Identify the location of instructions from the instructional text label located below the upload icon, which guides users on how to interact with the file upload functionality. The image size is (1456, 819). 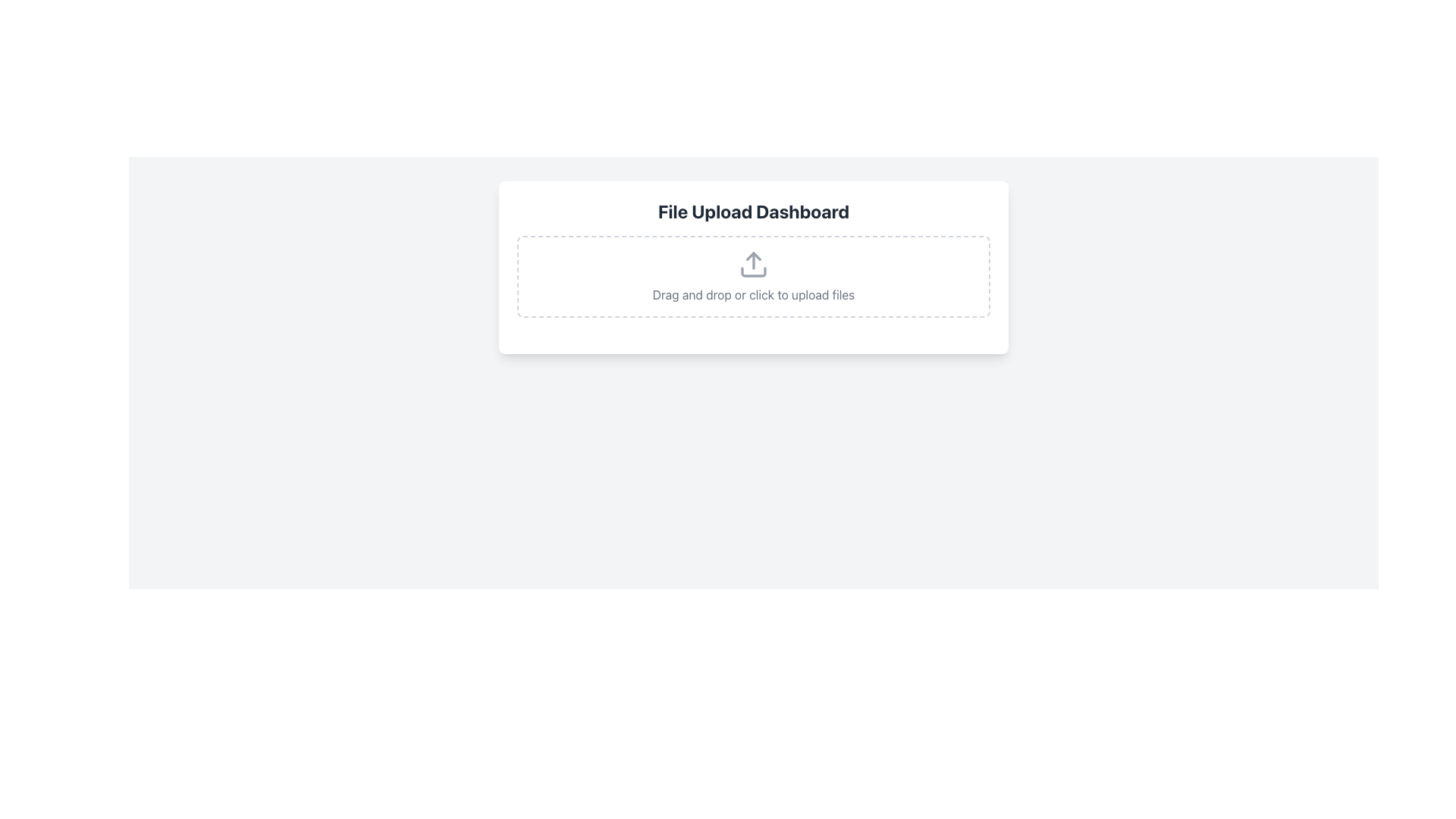
(753, 295).